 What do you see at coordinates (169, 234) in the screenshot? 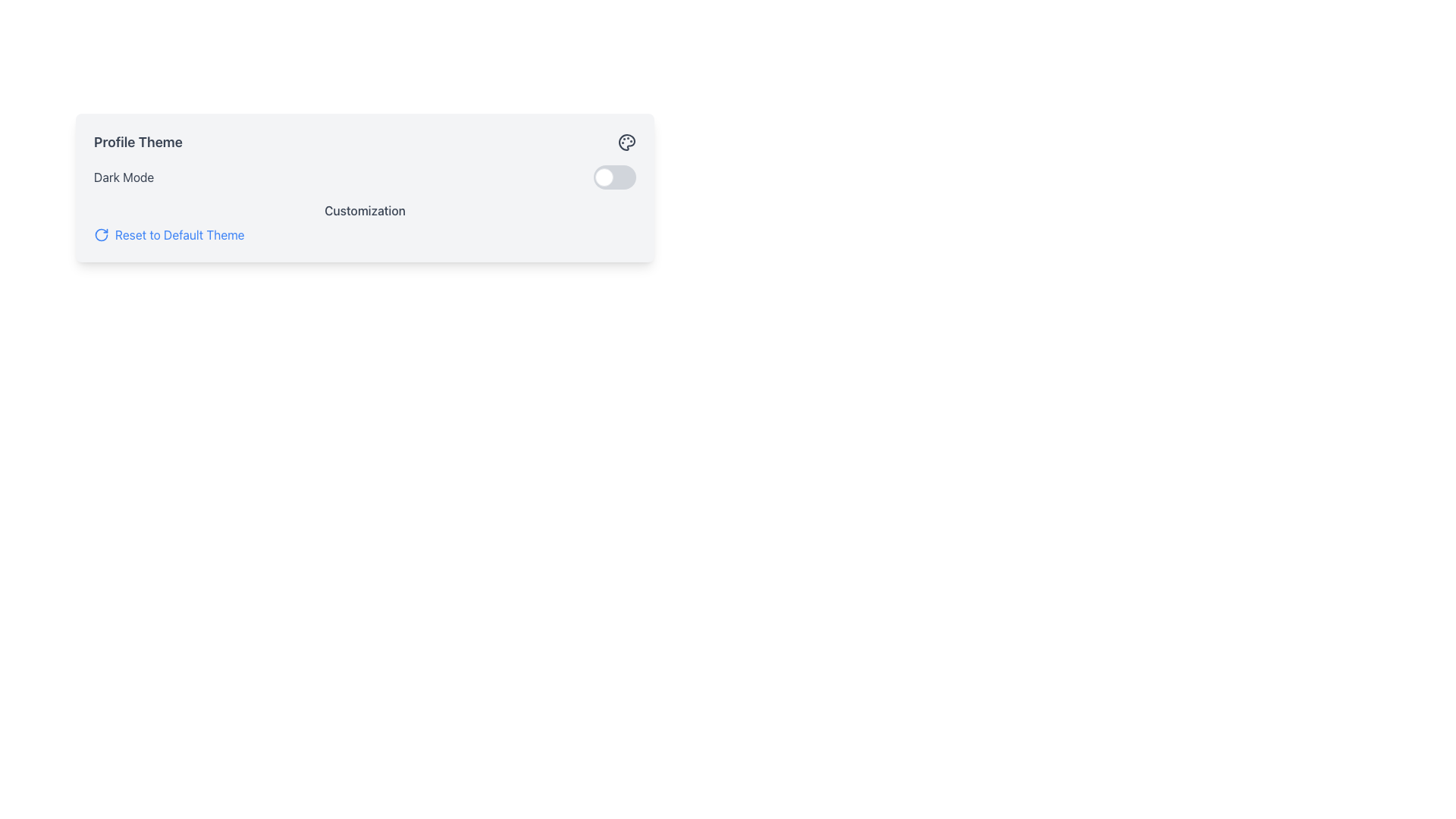
I see `the interactive hyperlink labeled 'Reset to Default Theme' with a circular arrow icon, located in the 'Customization' section of the settings panel` at bounding box center [169, 234].